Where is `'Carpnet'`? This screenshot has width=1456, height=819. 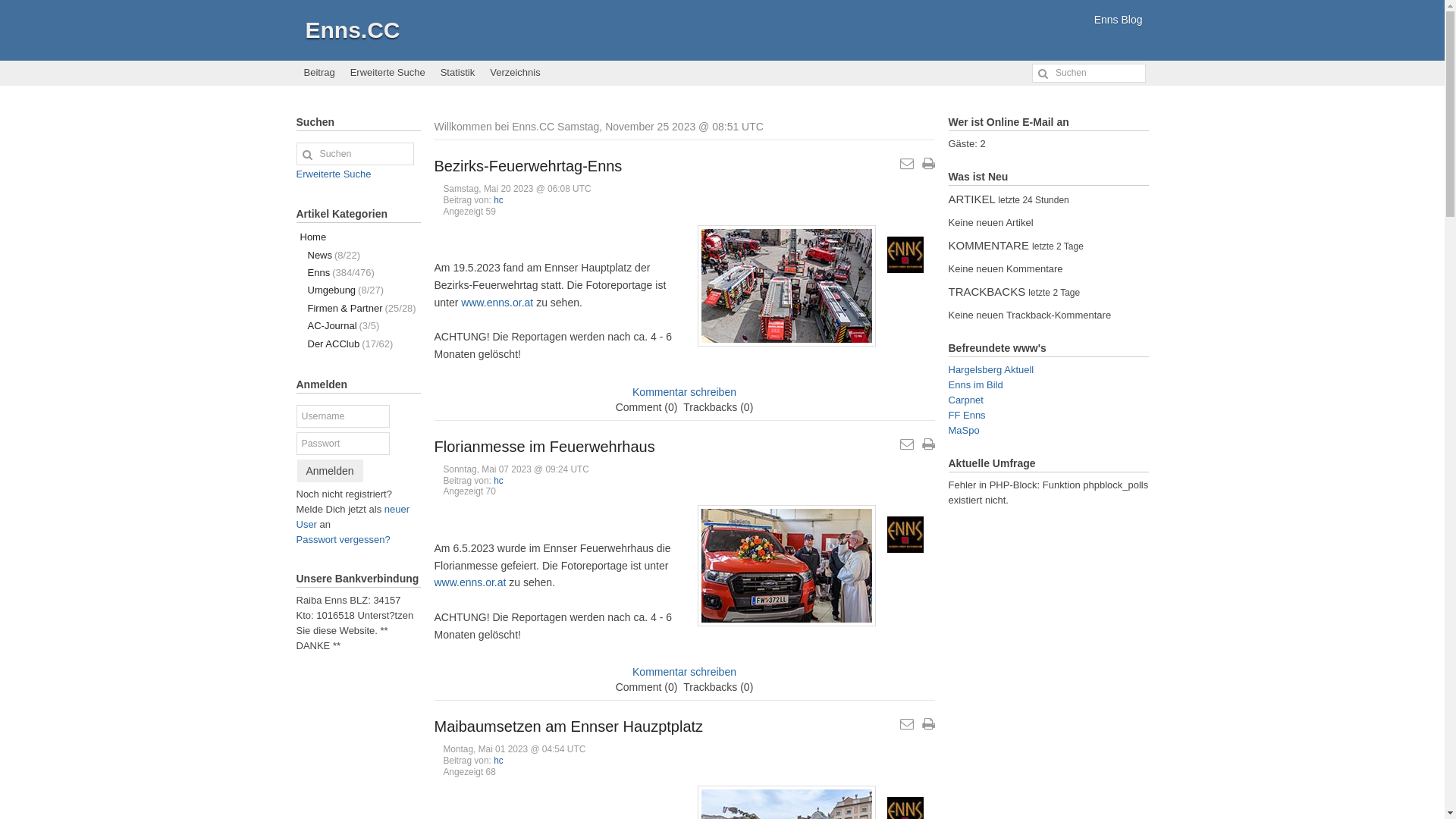
'Carpnet' is located at coordinates (946, 399).